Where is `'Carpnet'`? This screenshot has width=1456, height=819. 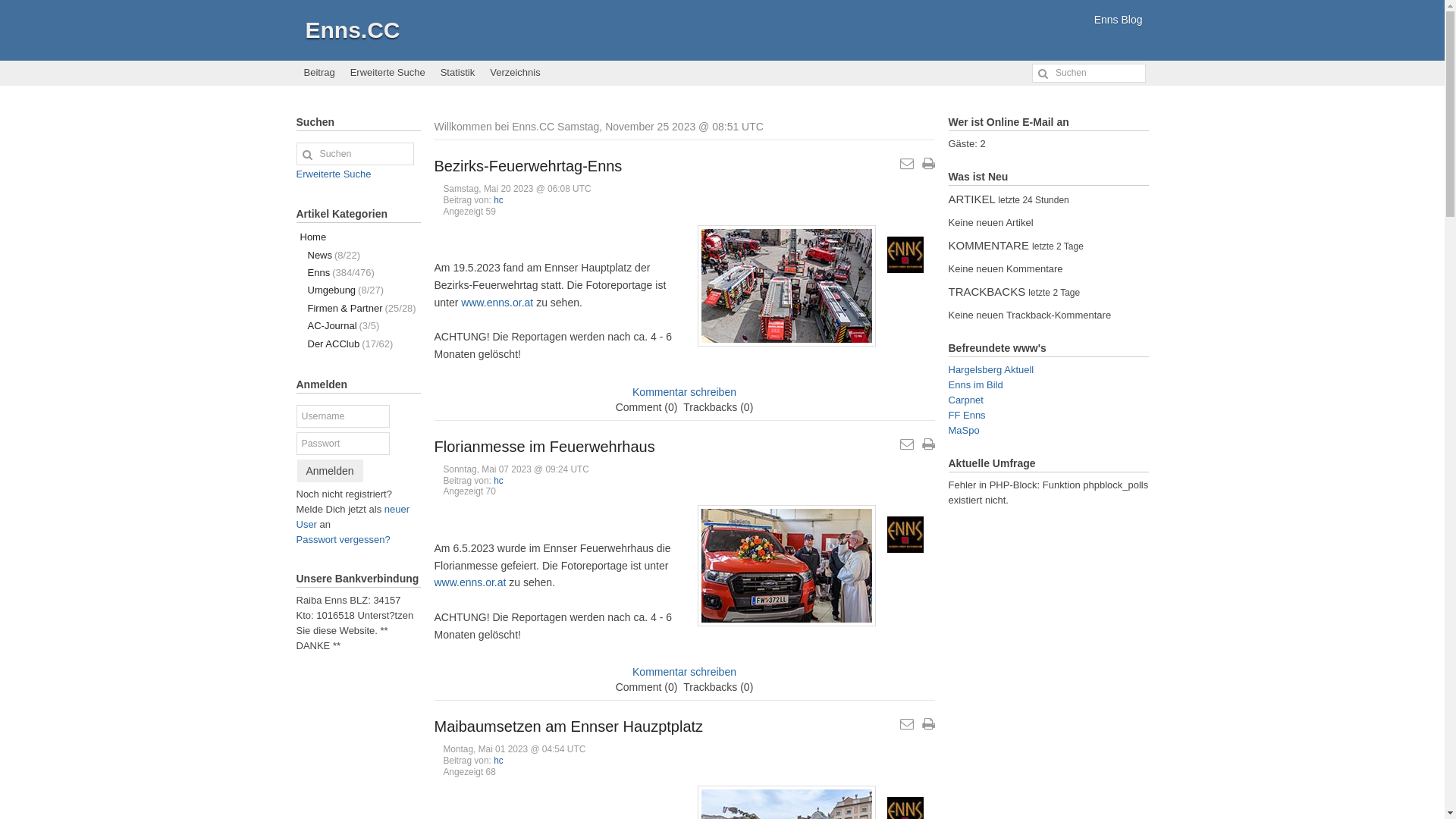
'Carpnet' is located at coordinates (946, 399).